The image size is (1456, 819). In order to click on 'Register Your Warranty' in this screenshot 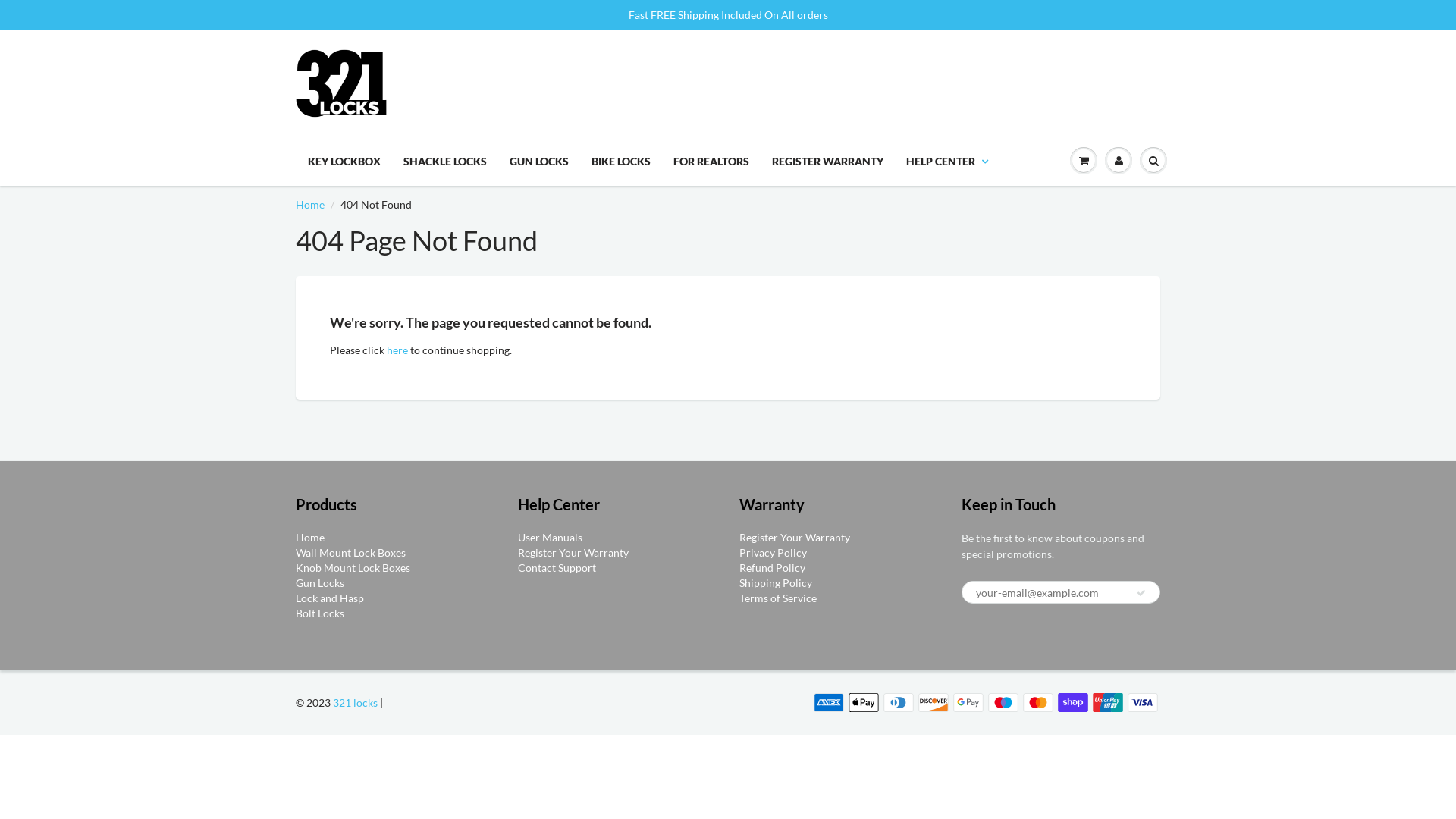, I will do `click(571, 552)`.